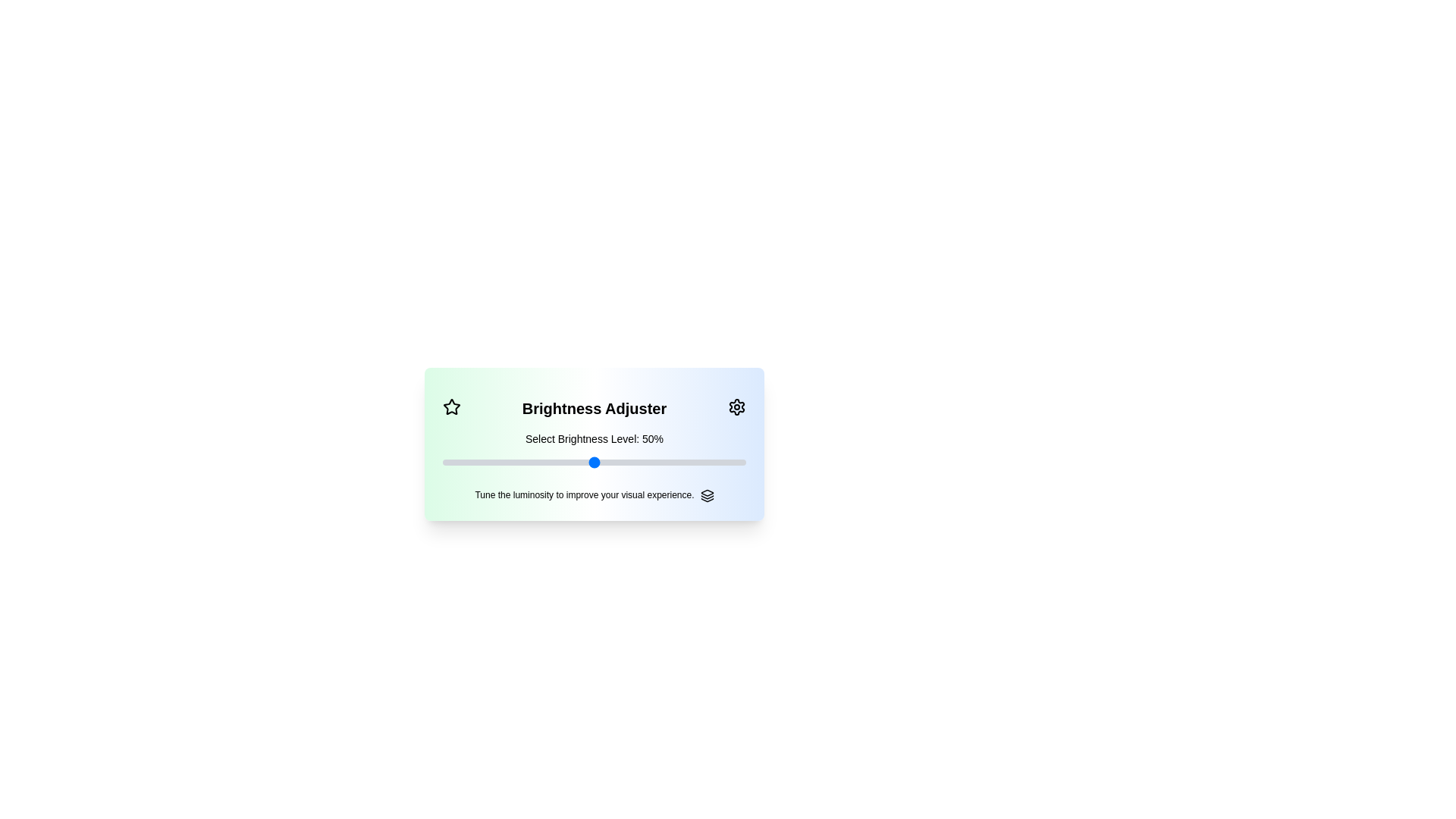  Describe the element at coordinates (442, 461) in the screenshot. I see `the slider to set brightness to 39%` at that location.